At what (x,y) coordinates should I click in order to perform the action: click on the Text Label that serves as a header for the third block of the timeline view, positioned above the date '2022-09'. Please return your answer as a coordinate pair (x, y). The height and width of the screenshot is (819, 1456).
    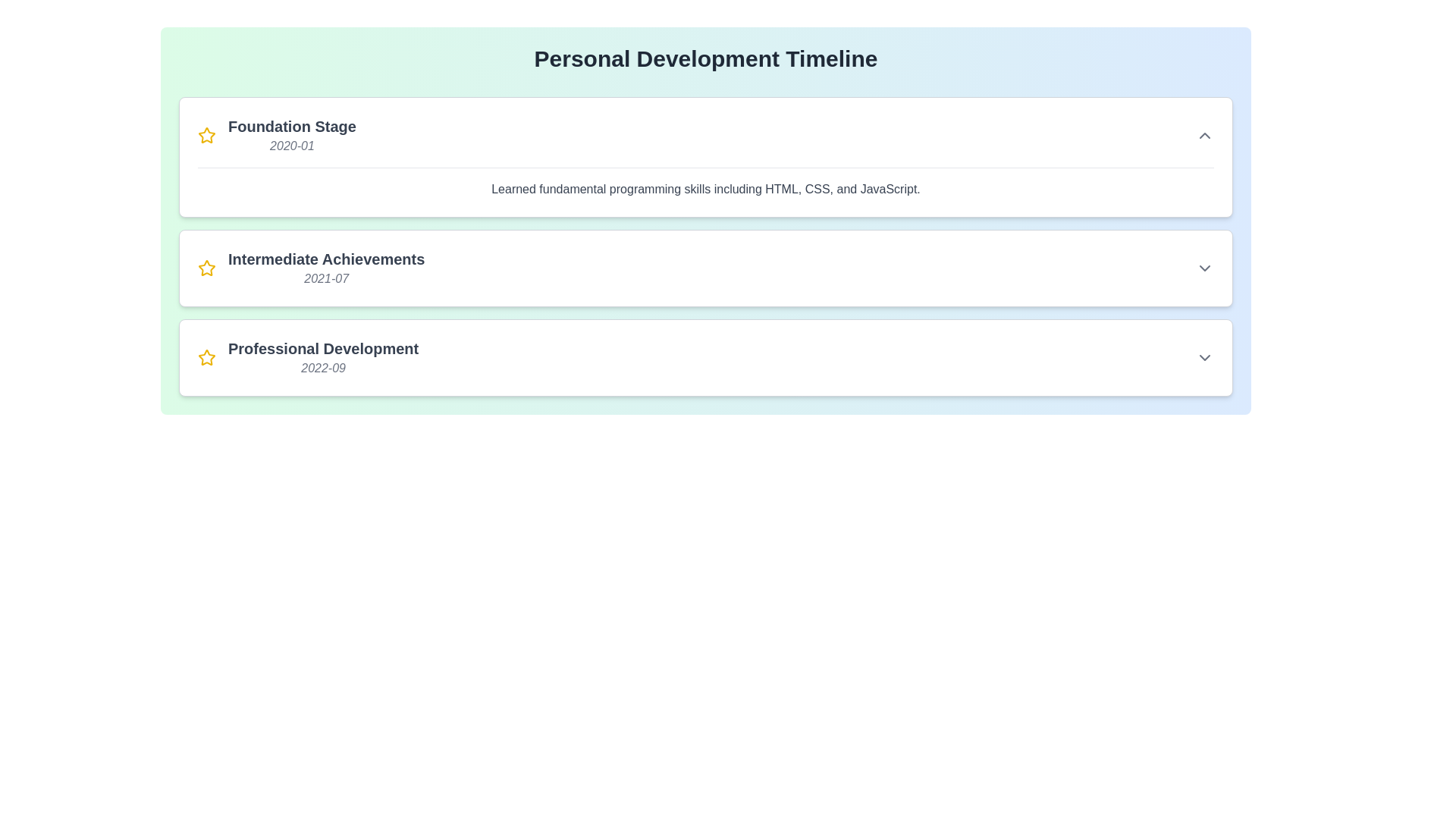
    Looking at the image, I should click on (322, 348).